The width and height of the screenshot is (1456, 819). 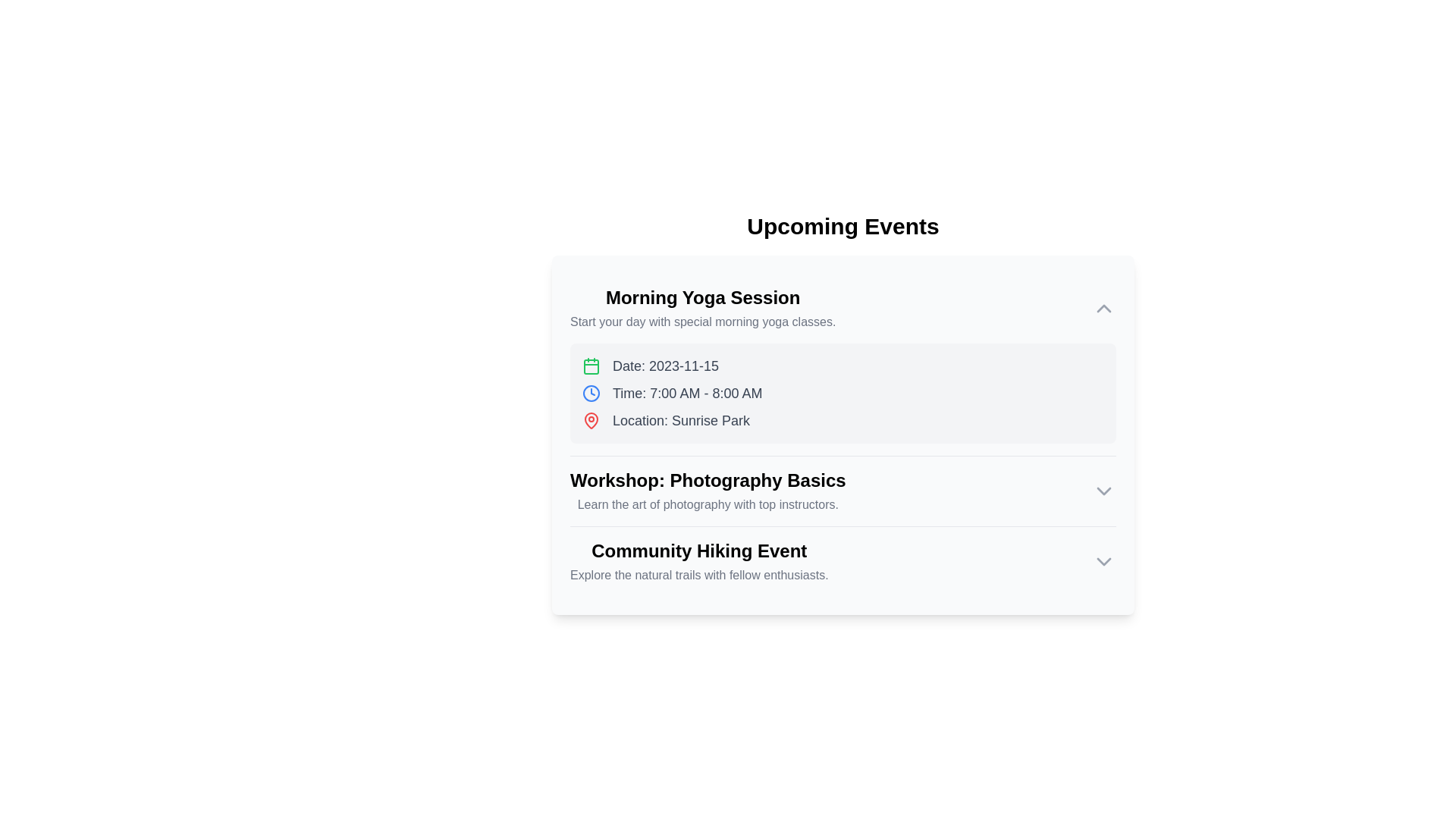 What do you see at coordinates (698, 576) in the screenshot?
I see `static text that provides additional details about the 'Community Hiking Event', located below the title in the third section of the 'Upcoming Events' list` at bounding box center [698, 576].